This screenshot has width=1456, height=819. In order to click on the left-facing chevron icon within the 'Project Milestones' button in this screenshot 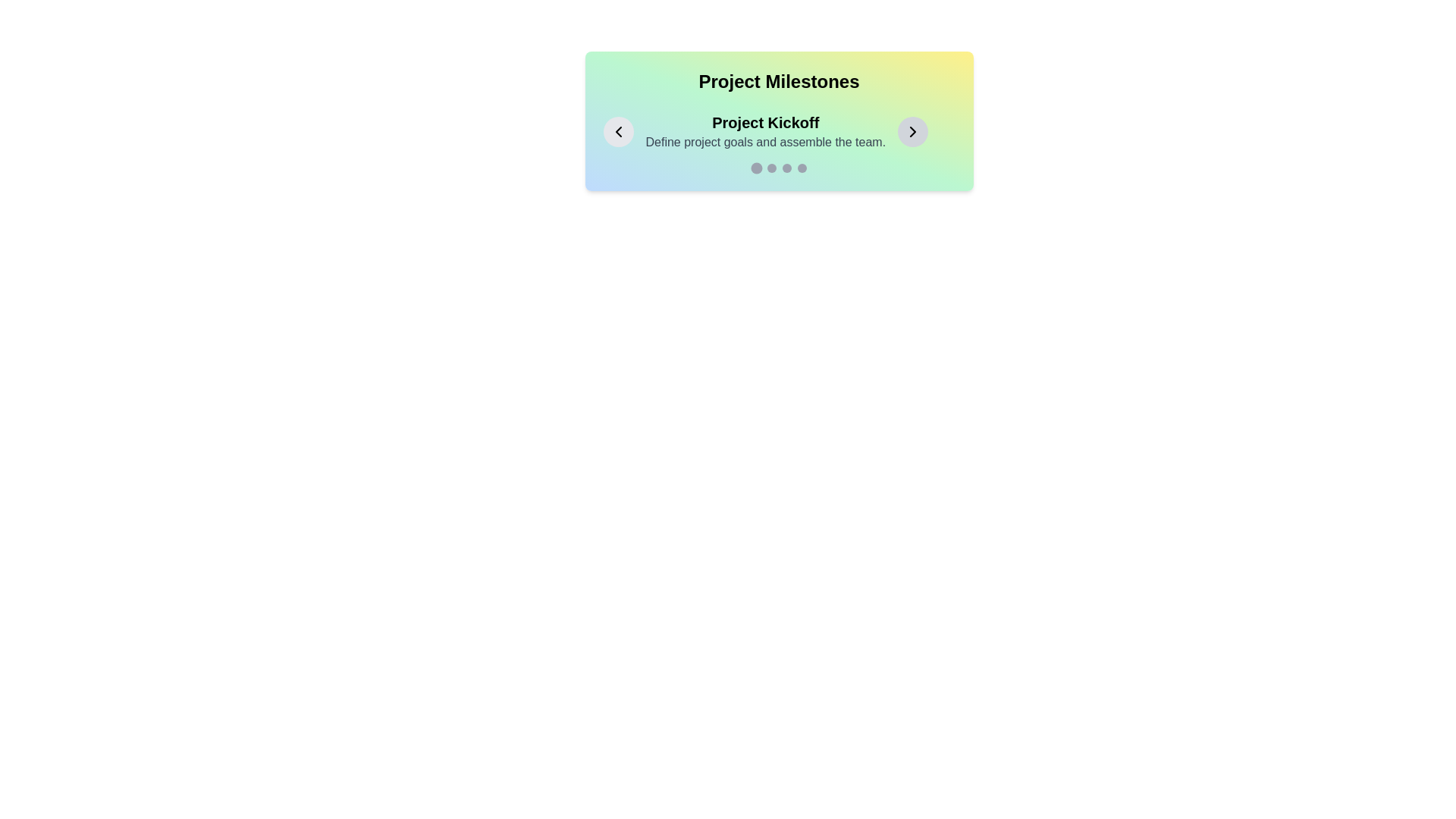, I will do `click(618, 130)`.